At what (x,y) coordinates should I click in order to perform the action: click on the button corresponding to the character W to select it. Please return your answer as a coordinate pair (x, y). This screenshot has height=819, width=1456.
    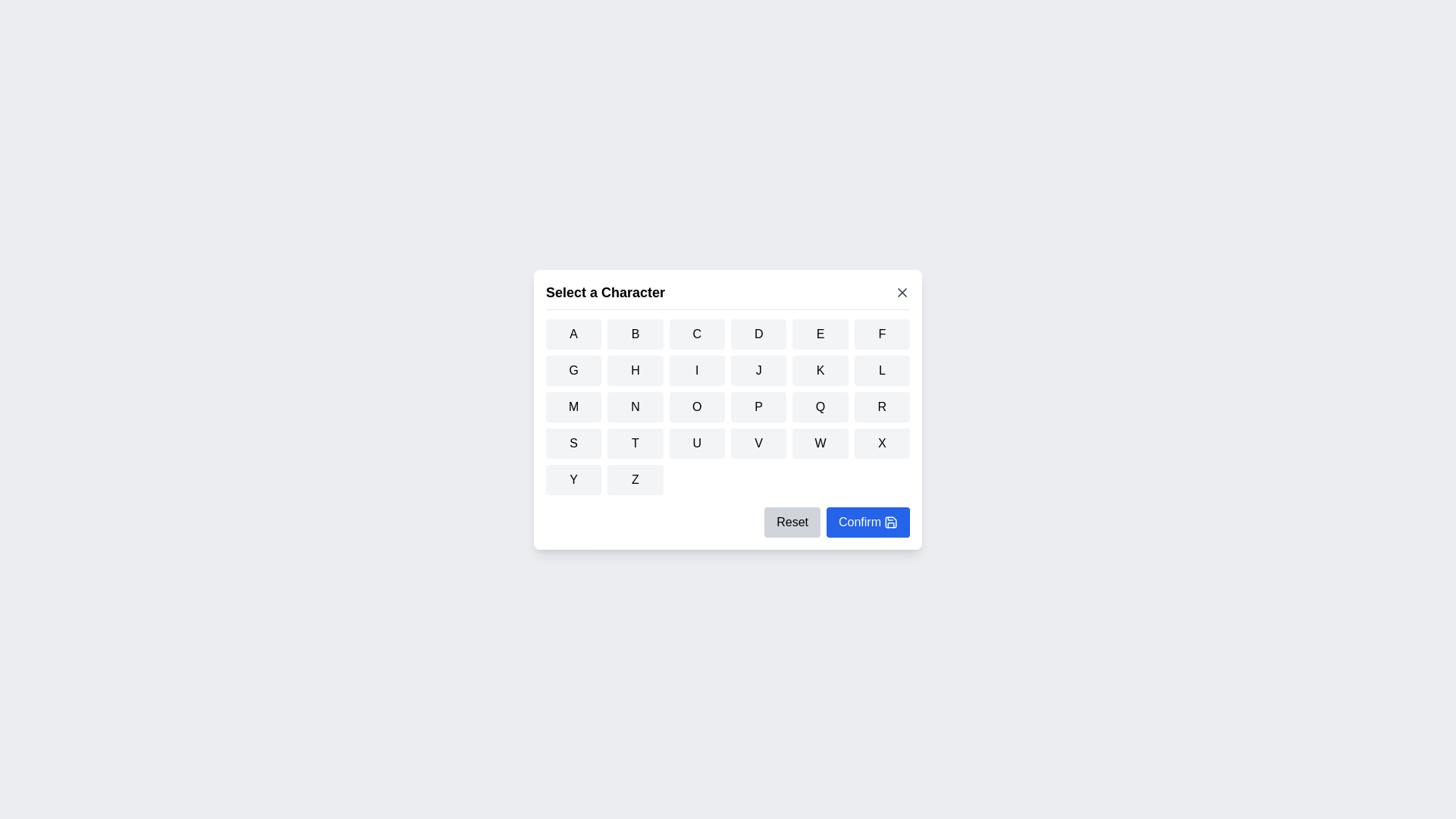
    Looking at the image, I should click on (819, 442).